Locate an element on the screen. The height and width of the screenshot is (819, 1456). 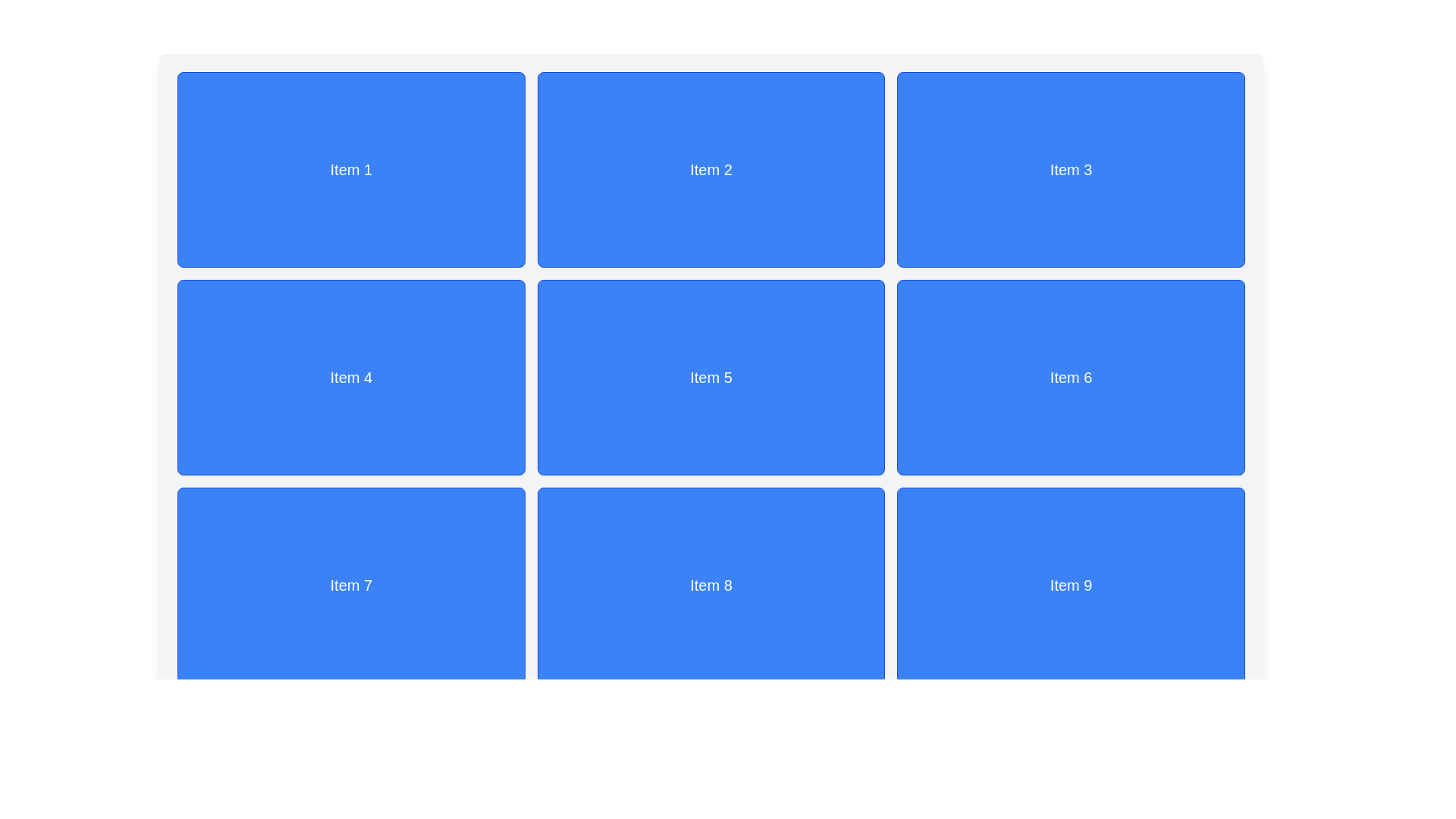
the grid item representing 'Item 9', located at the bottom-right corner of a 3x3 grid layout is located at coordinates (1070, 584).